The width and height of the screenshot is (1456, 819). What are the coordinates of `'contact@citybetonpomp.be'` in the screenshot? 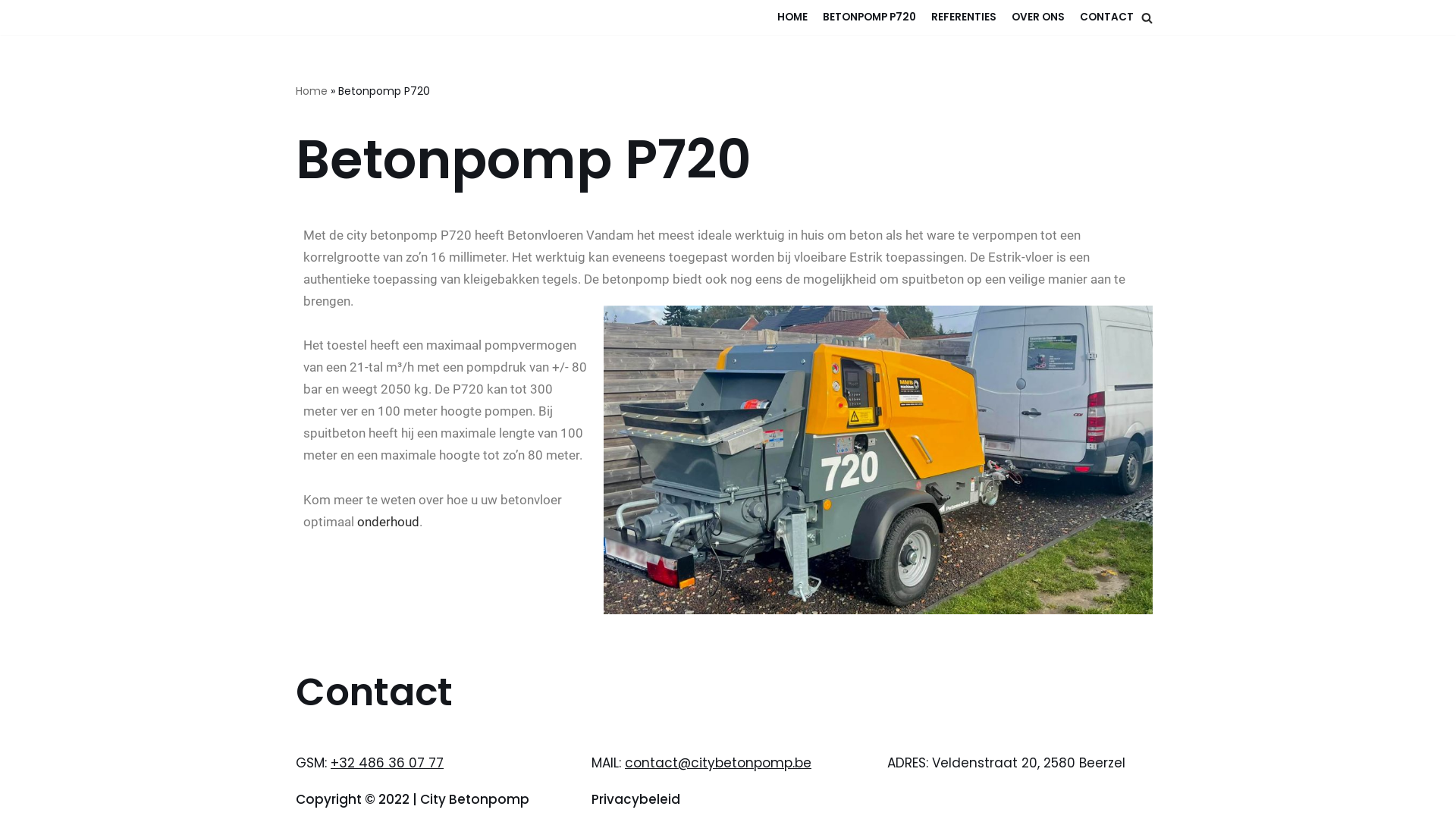 It's located at (625, 763).